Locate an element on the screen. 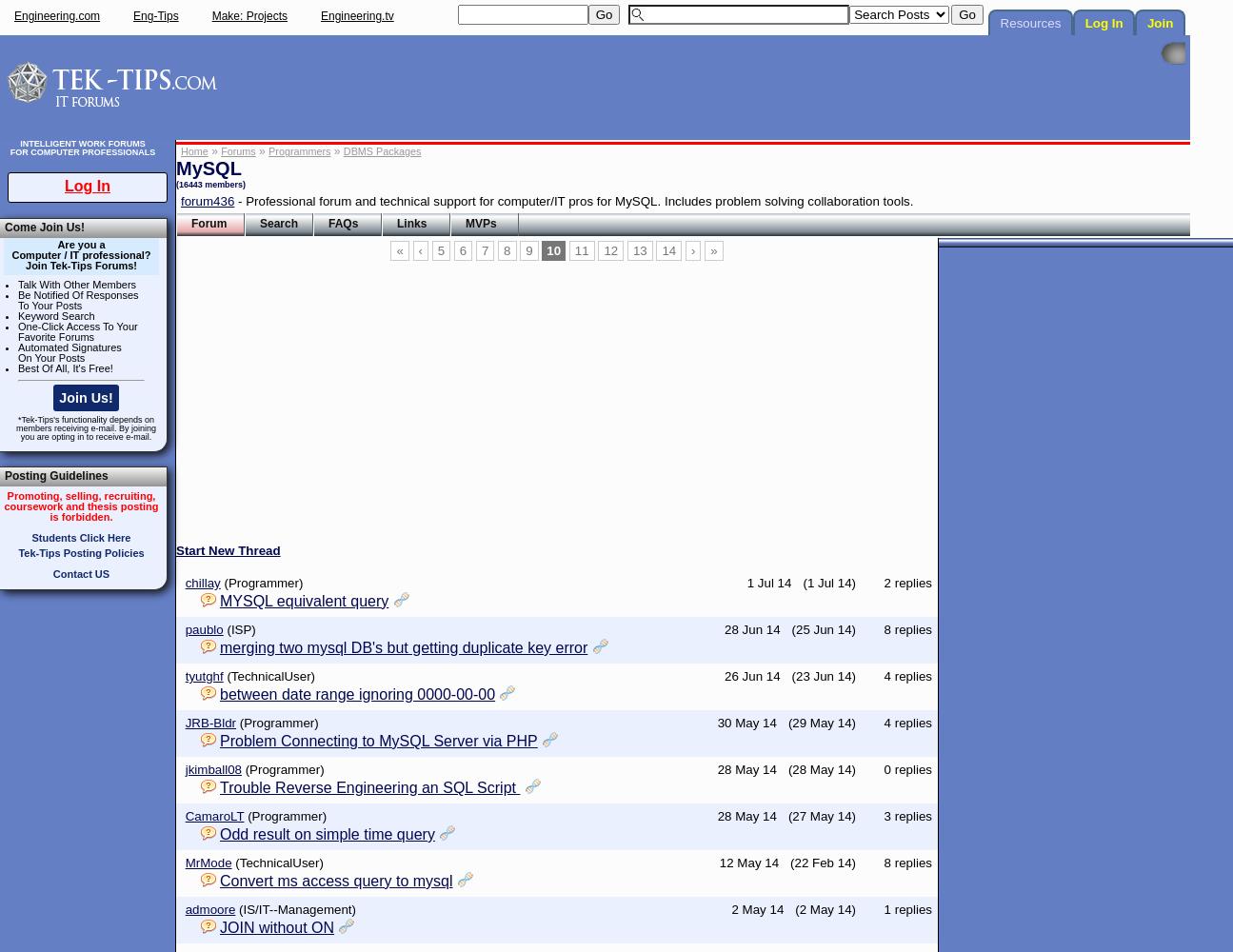 The image size is (1233, 952). 'INTELLIGENT WORK FORUMS' is located at coordinates (81, 144).